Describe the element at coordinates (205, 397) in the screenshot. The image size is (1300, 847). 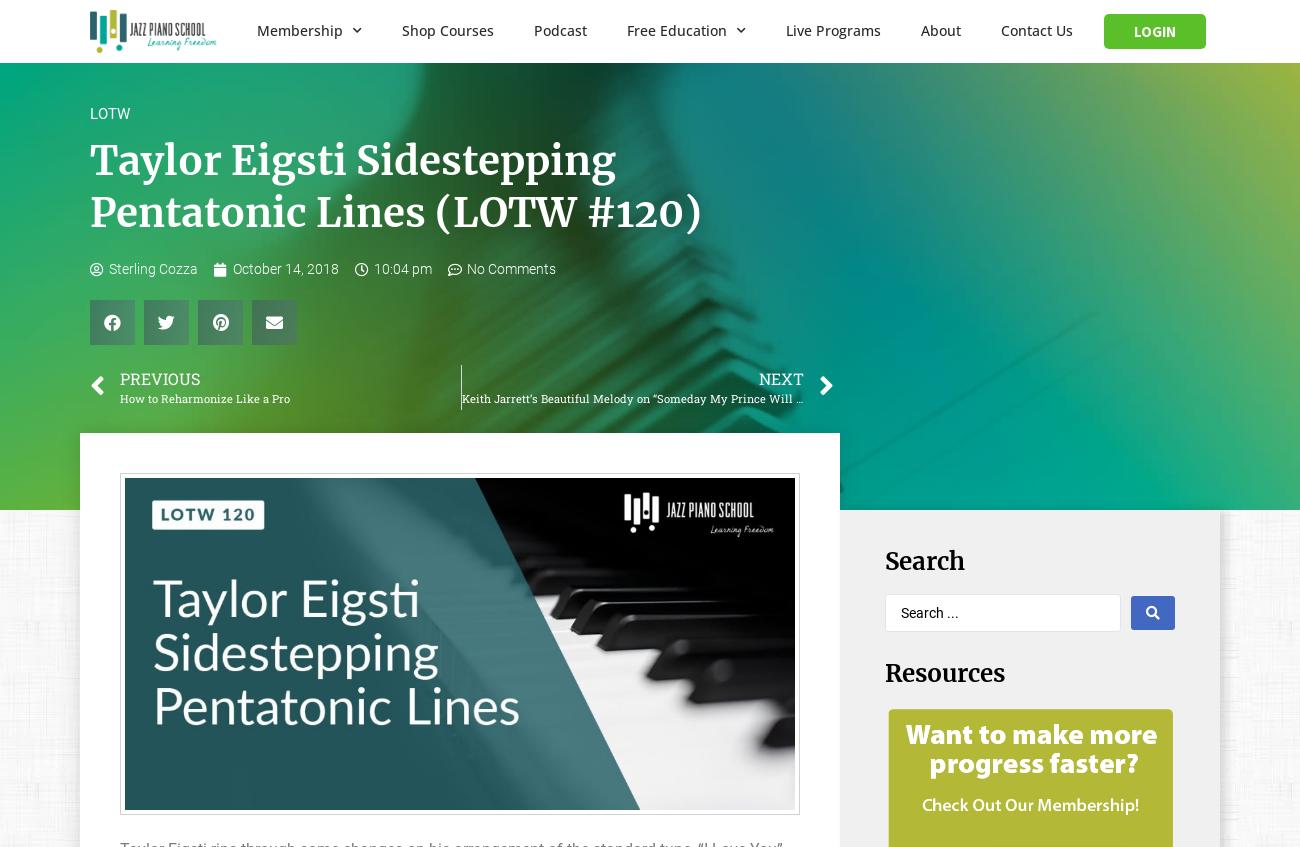
I see `'How to Reharmonize Like a Pro'` at that location.